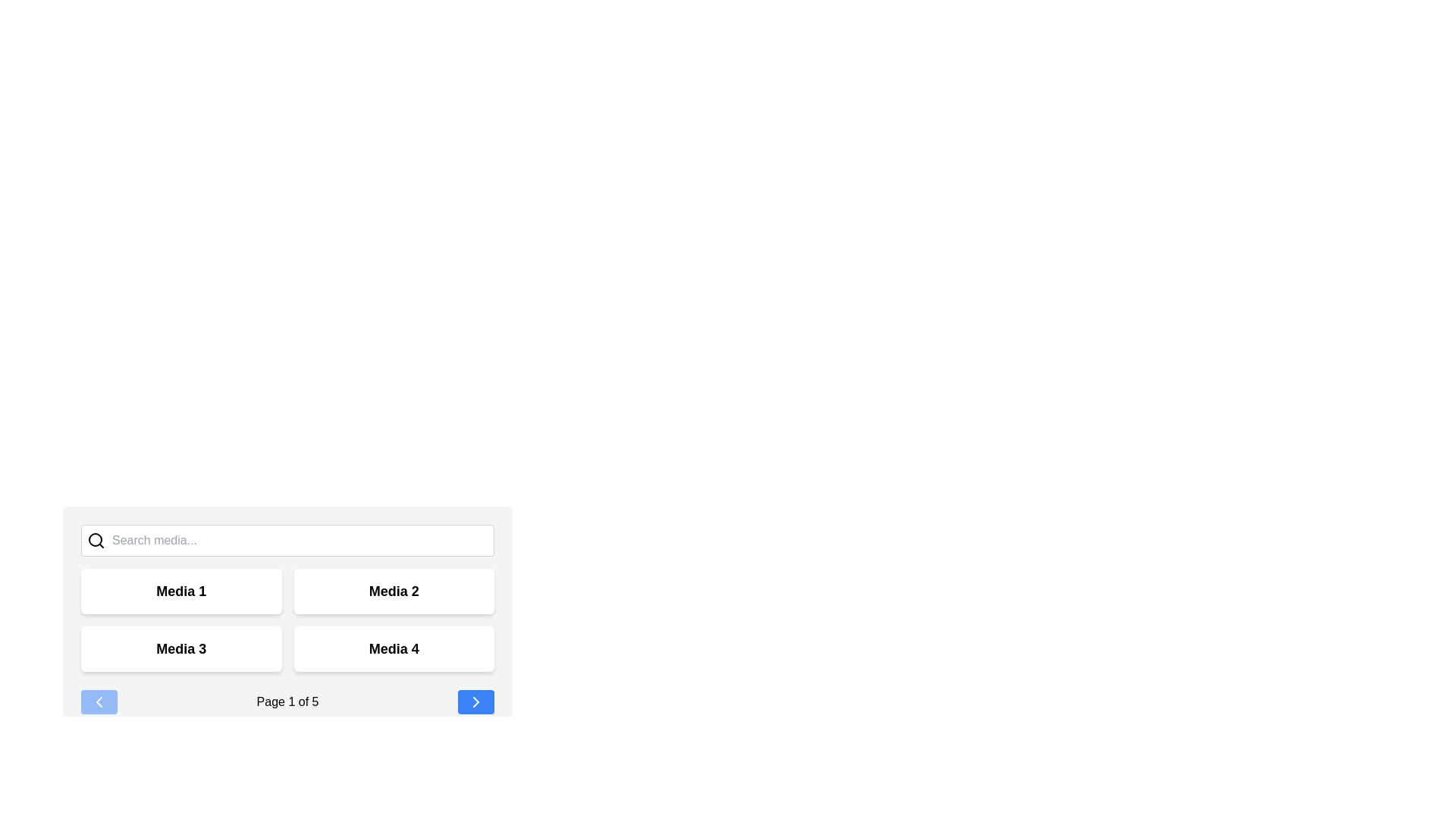 This screenshot has height=819, width=1456. Describe the element at coordinates (181, 590) in the screenshot. I see `the text label 'Media 1', which serves as a title for its section in the upper-left block of the grid layout` at that location.